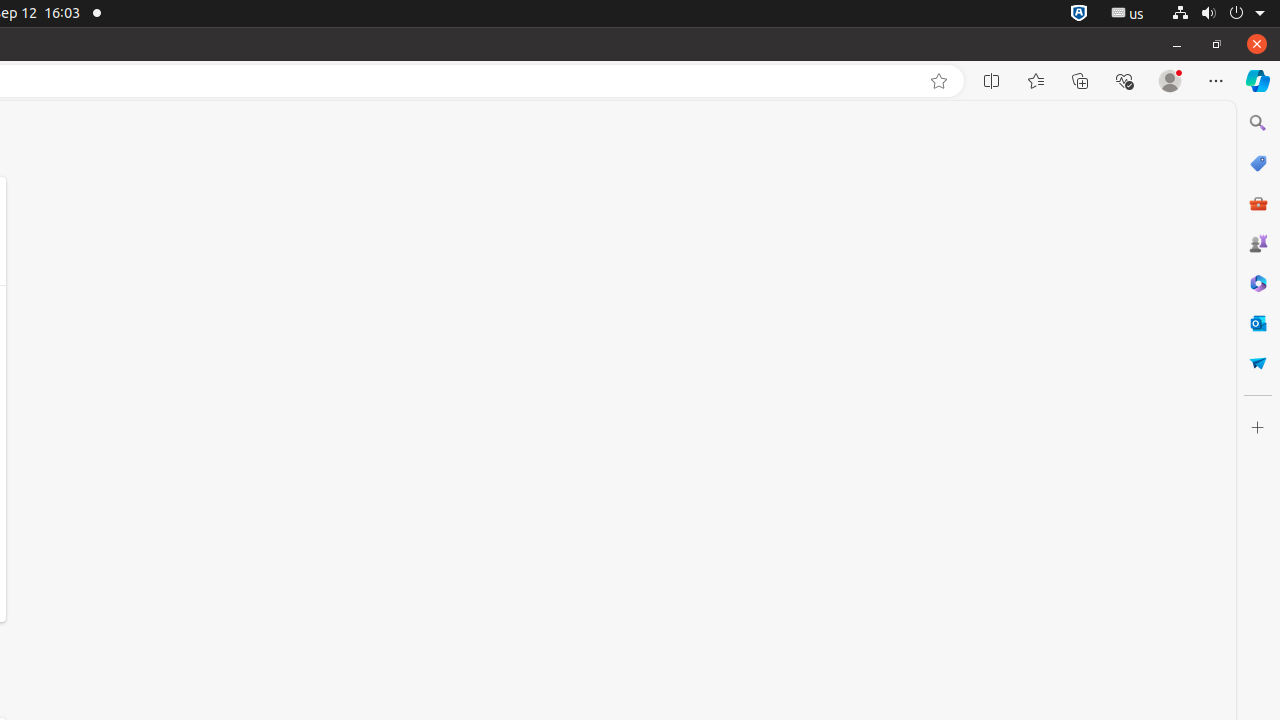 The width and height of the screenshot is (1280, 720). Describe the element at coordinates (1123, 80) in the screenshot. I see `'Browser essentials'` at that location.